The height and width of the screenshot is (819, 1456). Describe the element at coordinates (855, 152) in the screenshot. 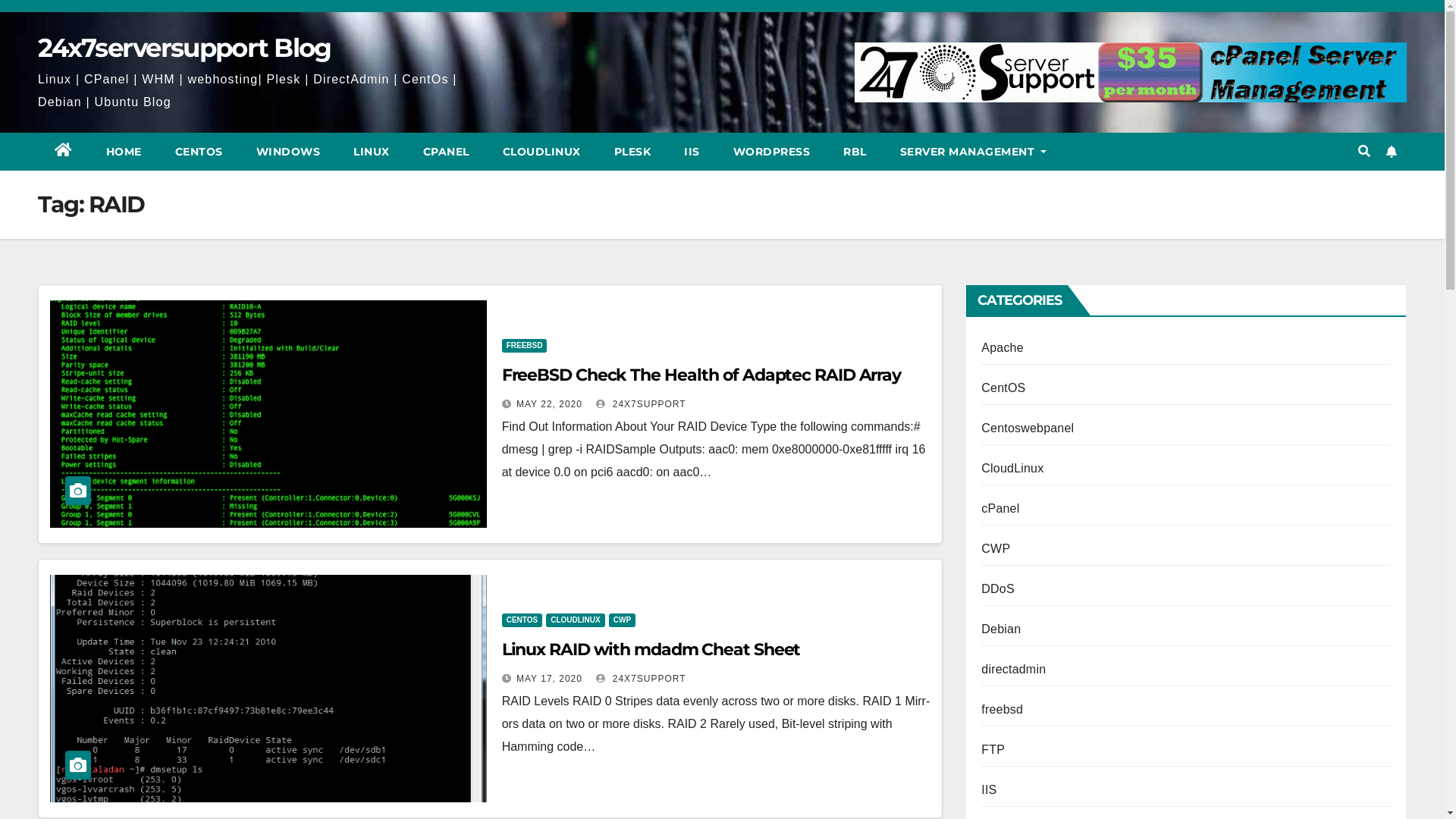

I see `'RBL'` at that location.